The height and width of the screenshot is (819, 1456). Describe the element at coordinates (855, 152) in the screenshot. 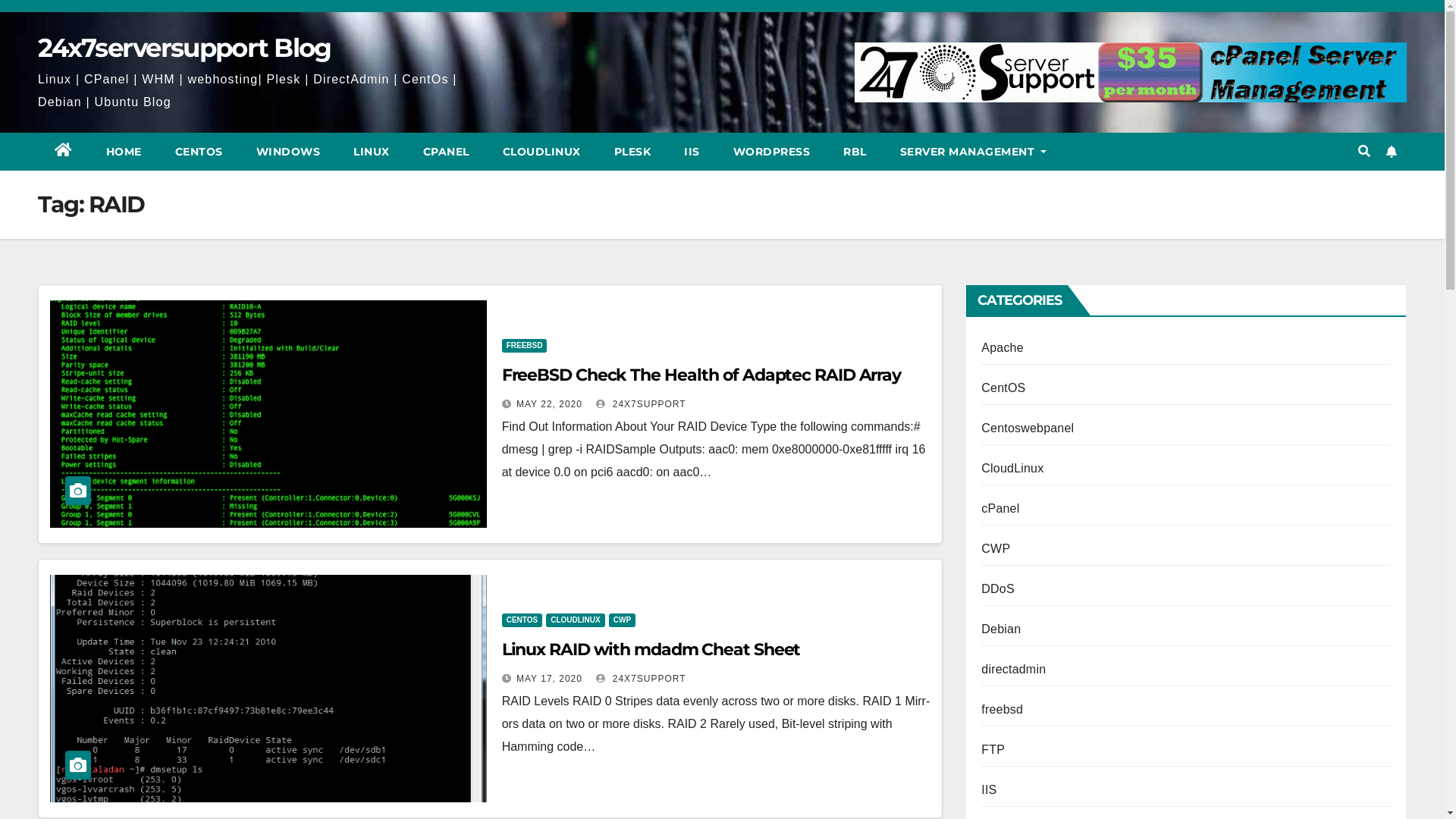

I see `'RBL'` at that location.